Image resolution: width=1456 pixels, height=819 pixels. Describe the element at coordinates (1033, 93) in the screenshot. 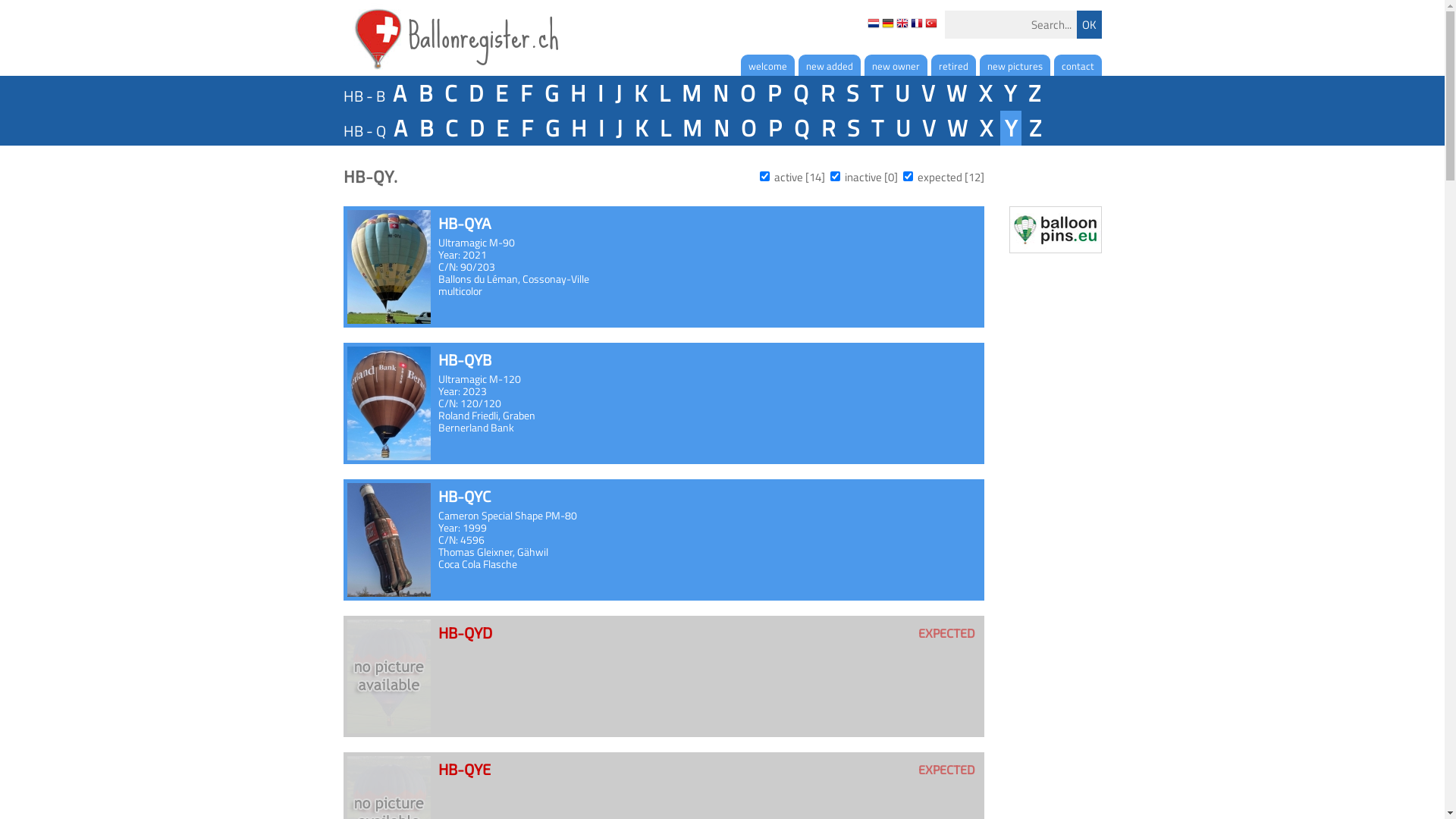

I see `'Z'` at that location.